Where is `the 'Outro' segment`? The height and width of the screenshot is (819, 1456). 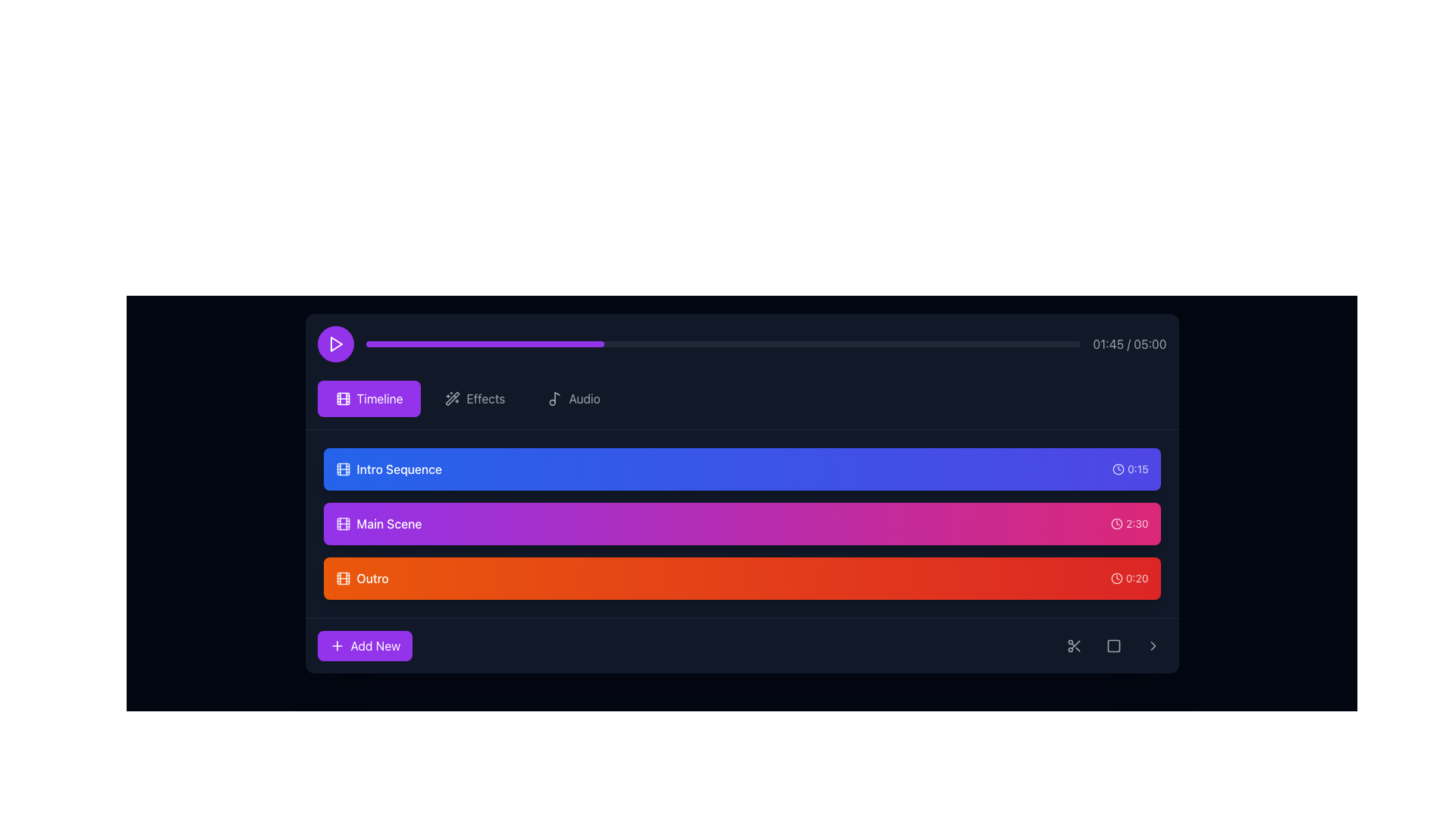 the 'Outro' segment is located at coordinates (742, 579).